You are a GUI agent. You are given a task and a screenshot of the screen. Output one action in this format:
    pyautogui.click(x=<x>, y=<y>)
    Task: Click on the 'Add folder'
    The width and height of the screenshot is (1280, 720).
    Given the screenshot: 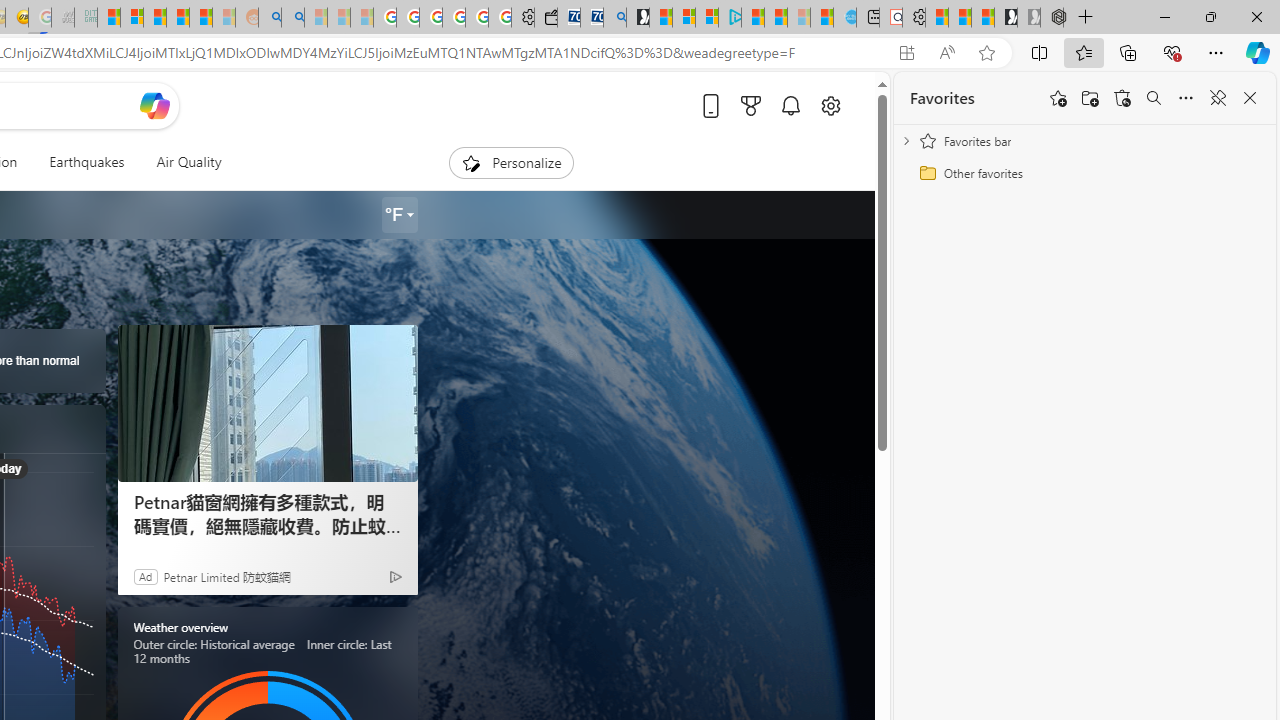 What is the action you would take?
    pyautogui.click(x=1088, y=98)
    